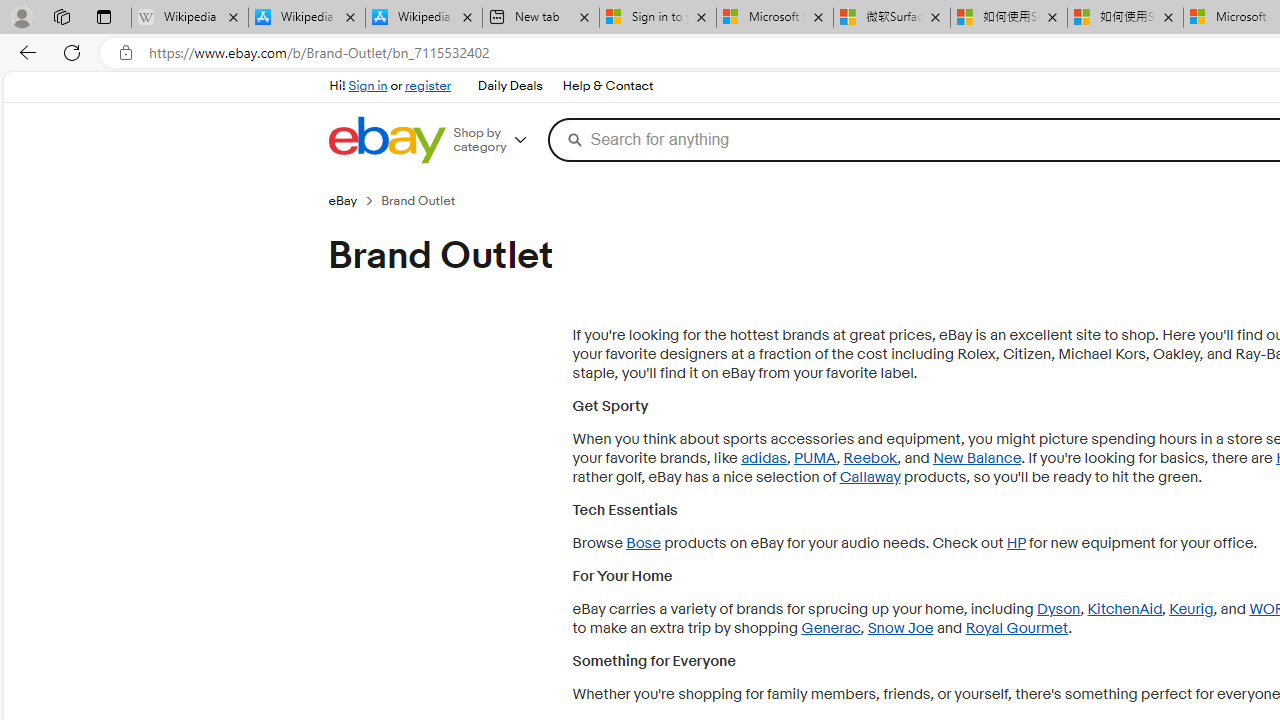 Image resolution: width=1280 pixels, height=720 pixels. Describe the element at coordinates (509, 85) in the screenshot. I see `'Daily Deals'` at that location.